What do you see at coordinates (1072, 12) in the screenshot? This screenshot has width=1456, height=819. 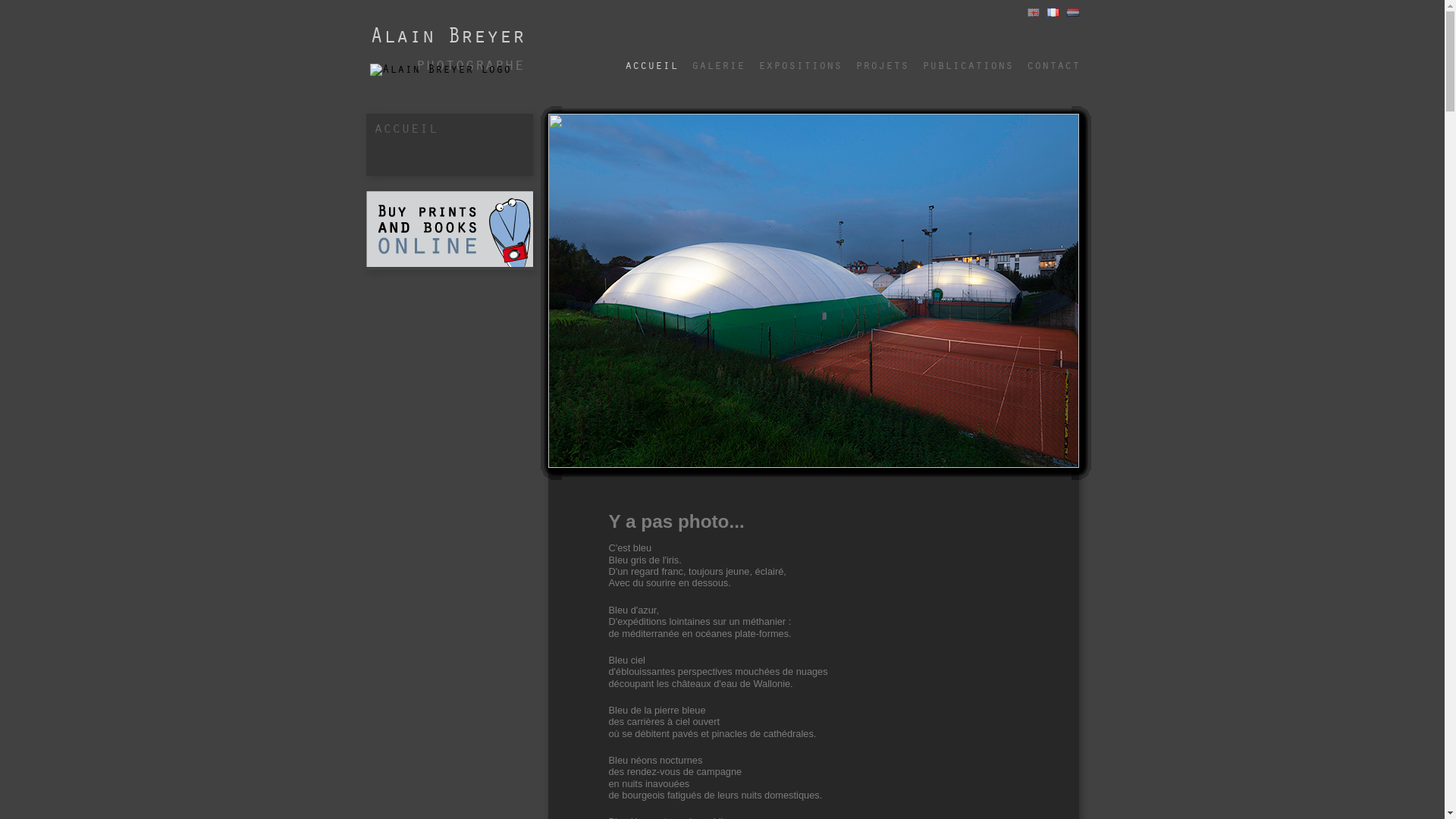 I see `'Nederlands'` at bounding box center [1072, 12].